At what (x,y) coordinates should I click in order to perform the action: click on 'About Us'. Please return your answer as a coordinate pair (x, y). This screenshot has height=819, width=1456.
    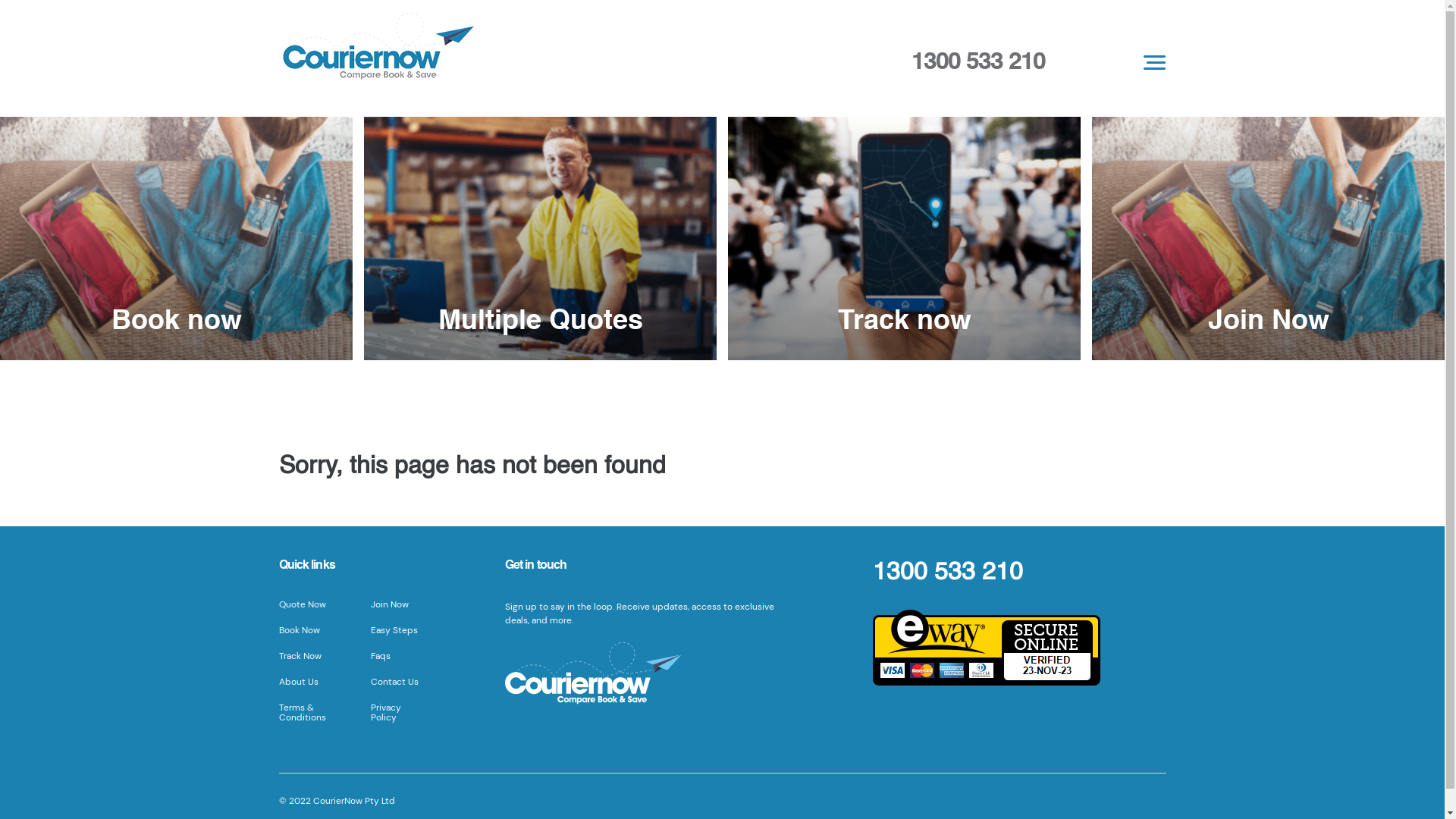
    Looking at the image, I should click on (279, 680).